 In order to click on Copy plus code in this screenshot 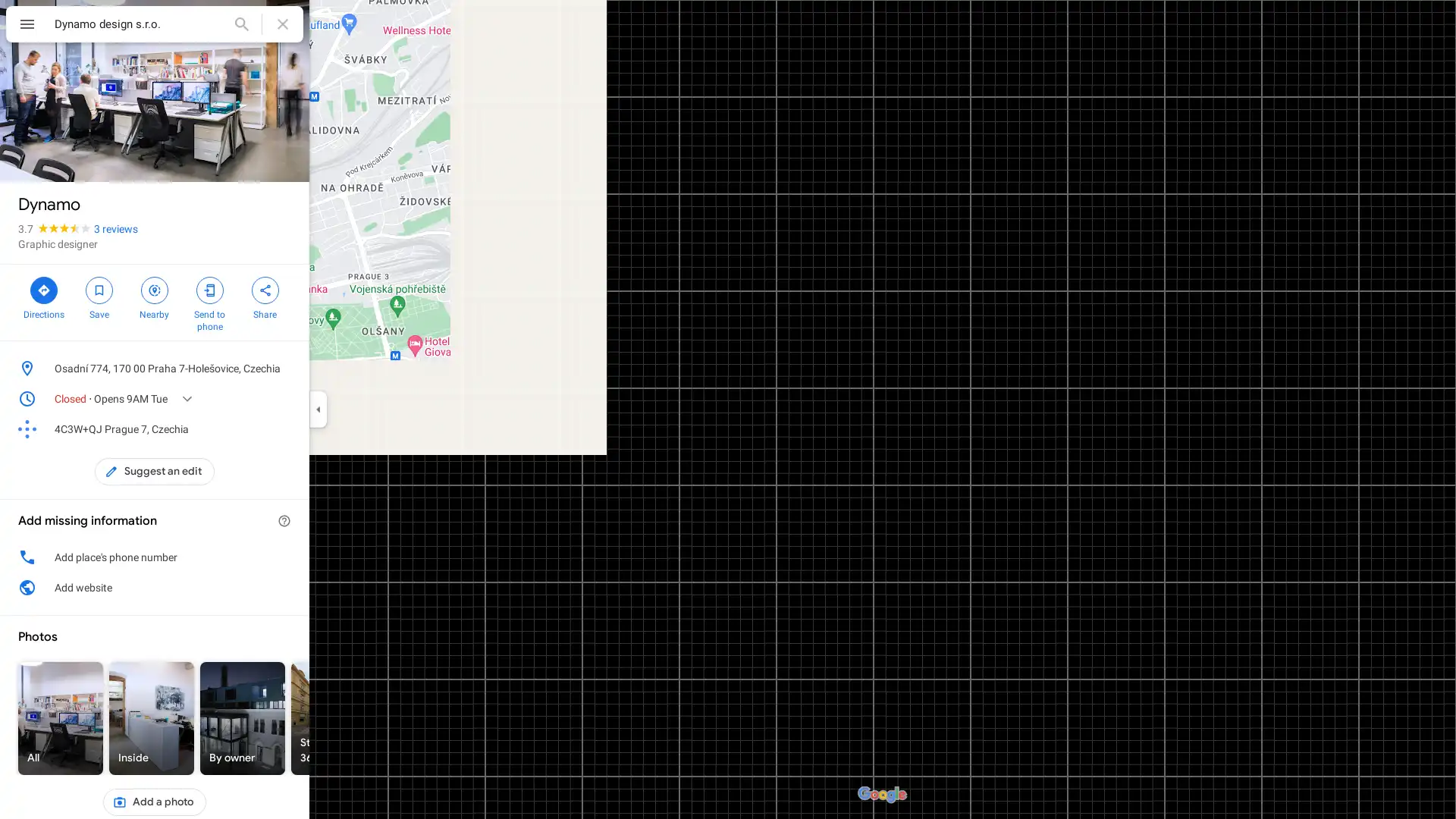, I will do `click(261, 429)`.